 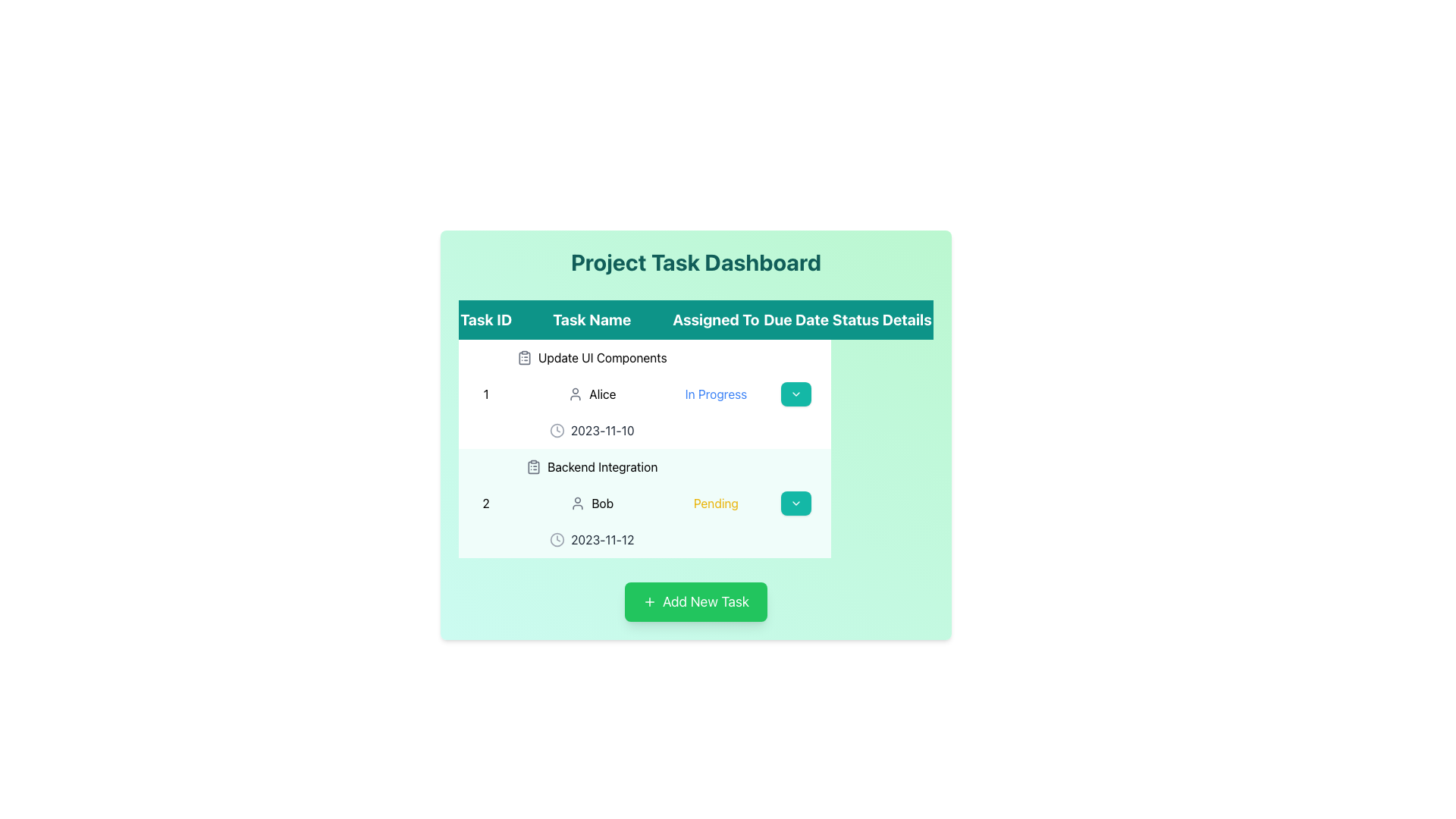 I want to click on the 'Assigned To' static header text in the table, which is the third column header from the left, positioned between 'Task Name' and 'Due Date', so click(x=715, y=318).